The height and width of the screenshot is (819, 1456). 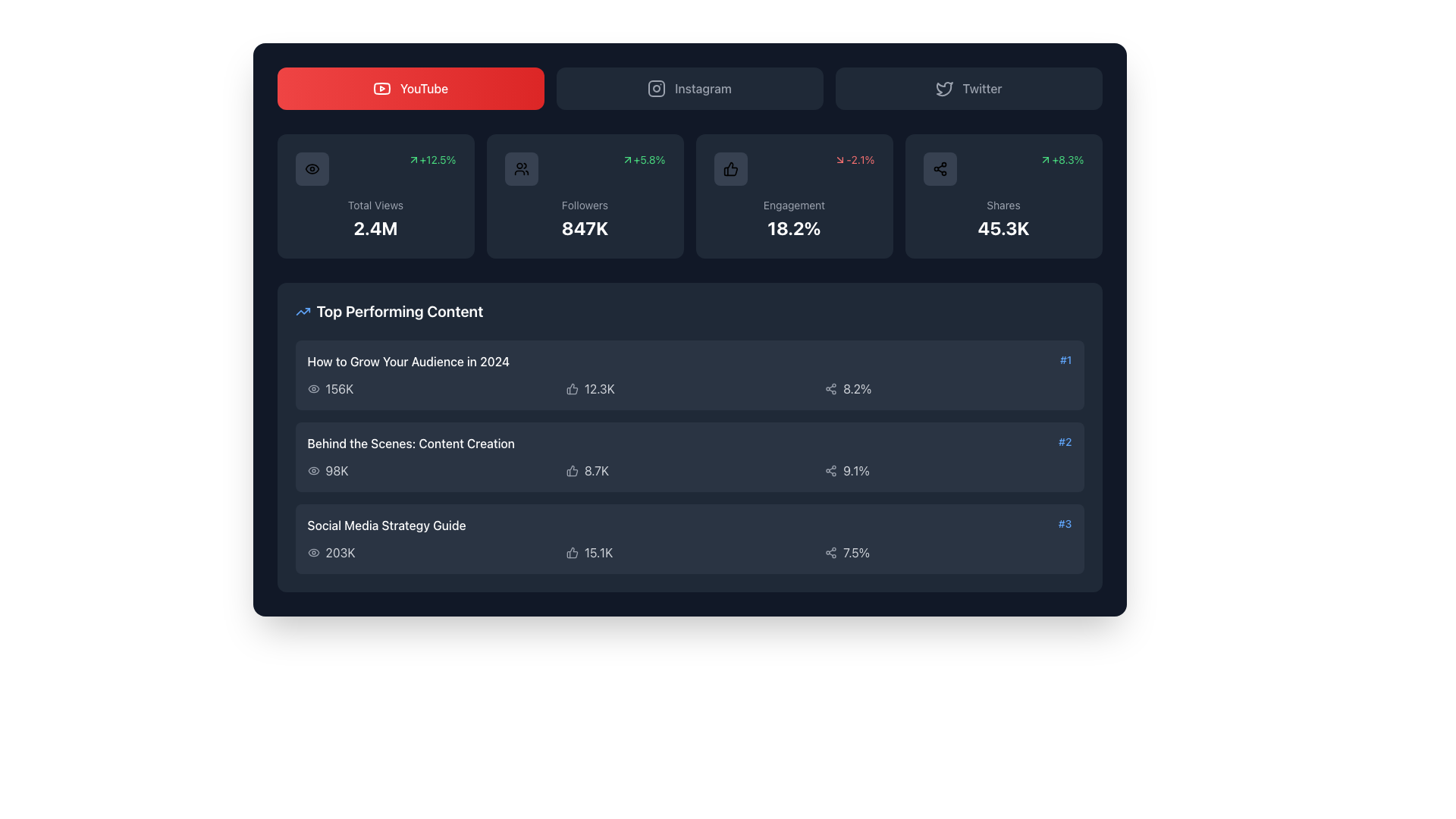 I want to click on the share icon located in the top right part of the 'Shares' card within the dashboard, above the text '45.3K' and next to the small green +8.3% indicator, so click(x=939, y=169).